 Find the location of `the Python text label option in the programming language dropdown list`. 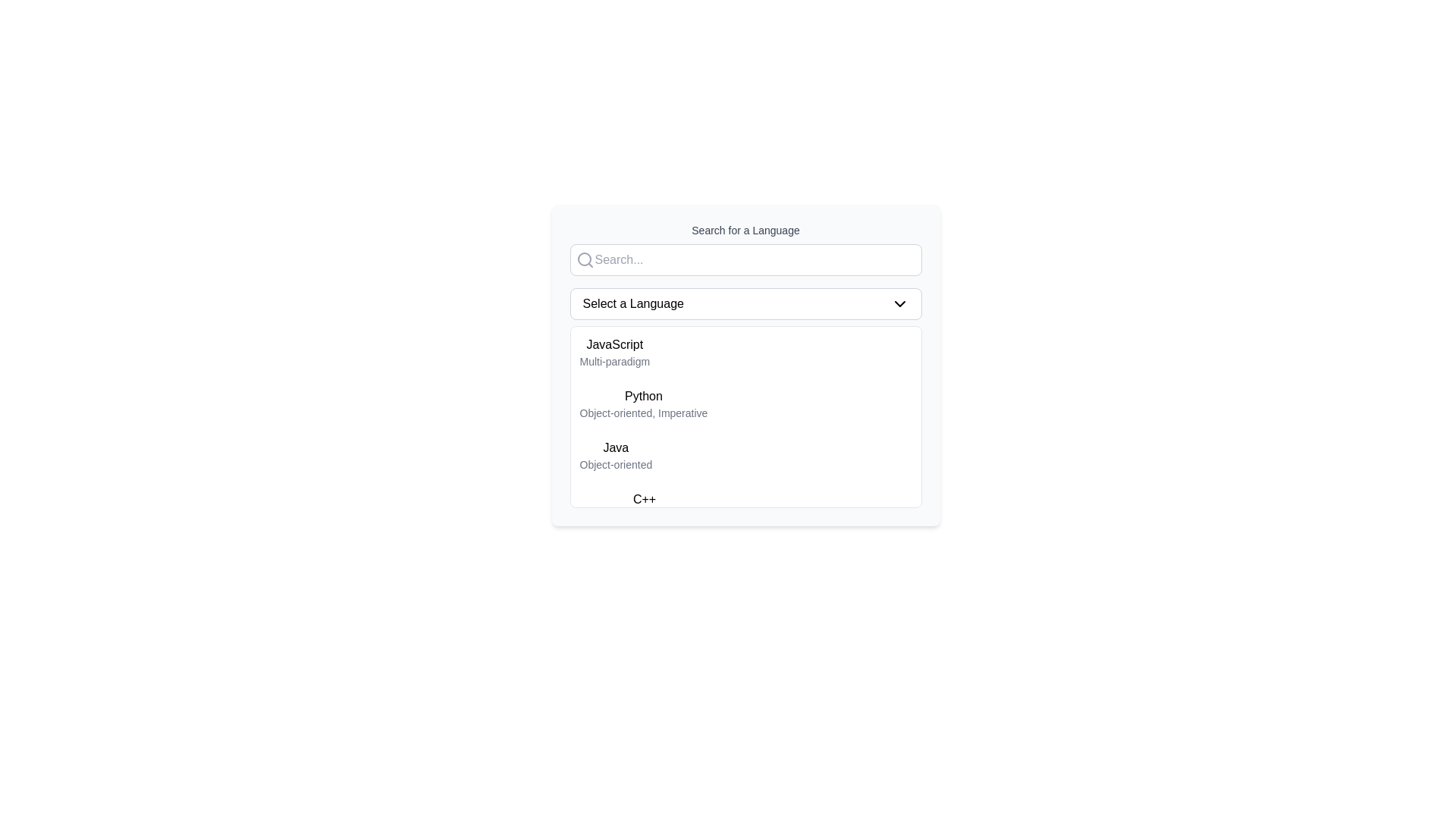

the Python text label option in the programming language dropdown list is located at coordinates (644, 396).